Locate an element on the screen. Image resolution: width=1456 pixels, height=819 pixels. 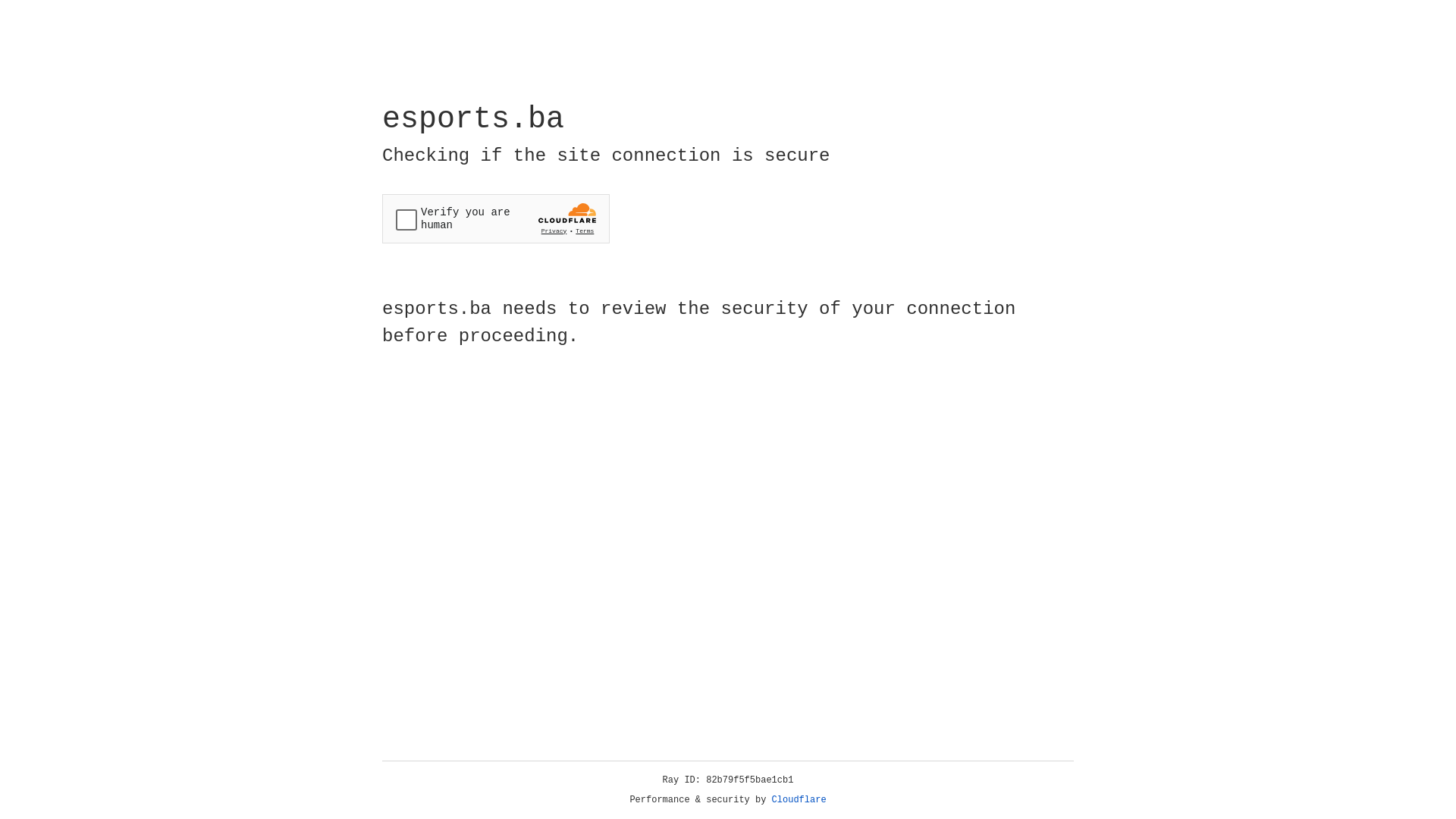
'Widget containing a Cloudflare security challenge' is located at coordinates (495, 218).